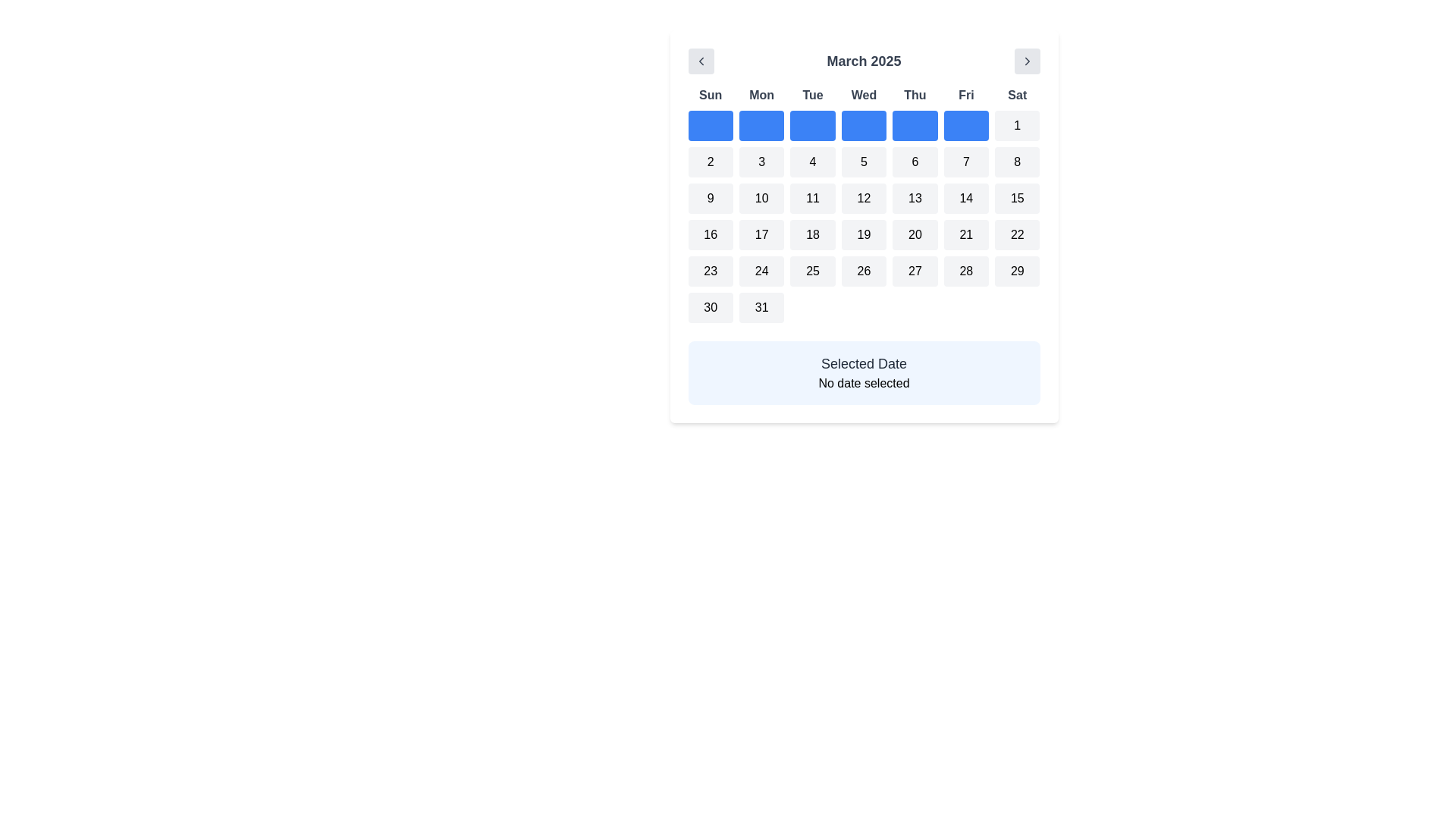 This screenshot has height=819, width=1456. Describe the element at coordinates (1017, 96) in the screenshot. I see `the Text label indicating Saturday in the calendar component, which is the last label in the row of weekday headers` at that location.